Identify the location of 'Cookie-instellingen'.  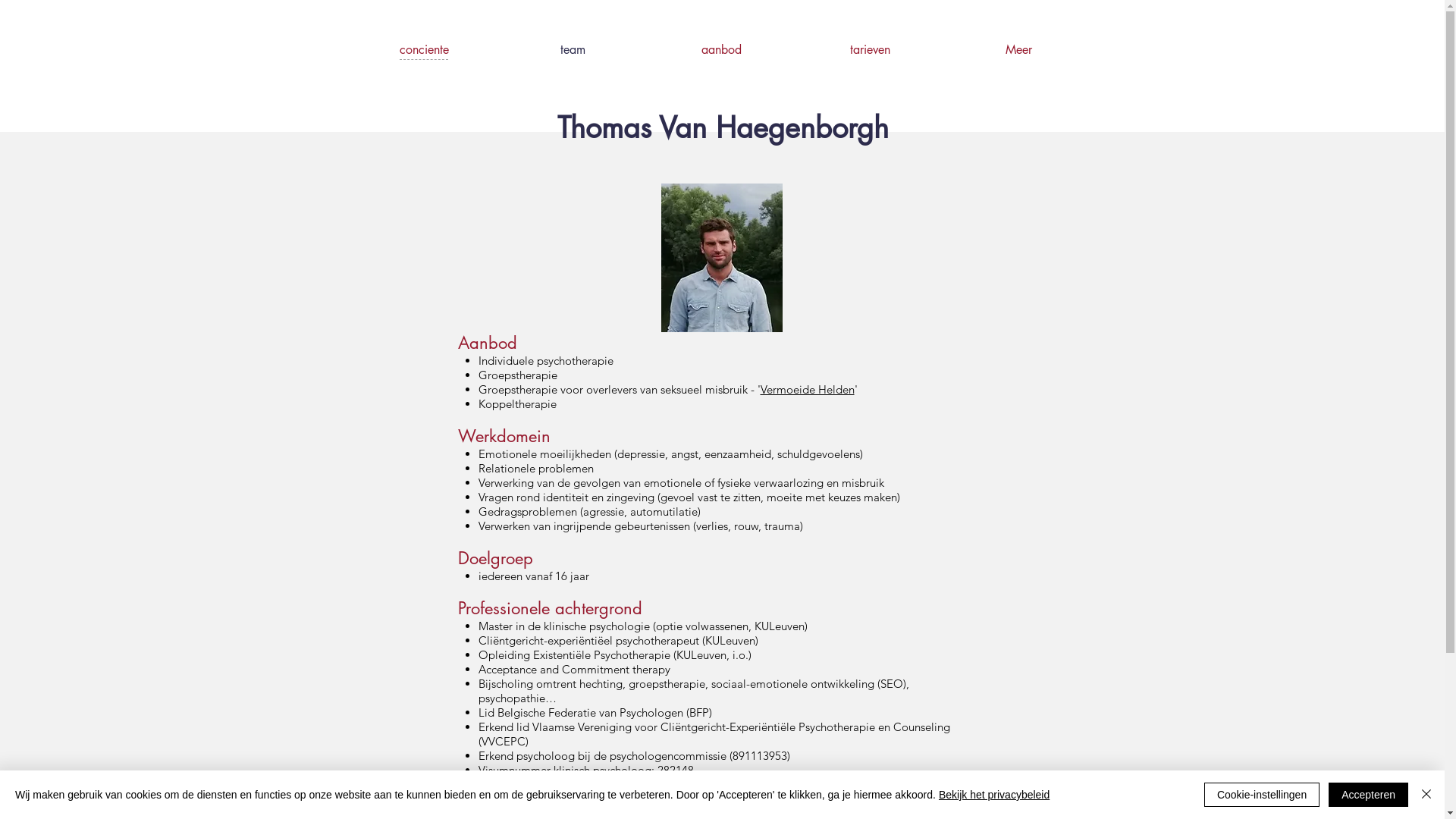
(1262, 794).